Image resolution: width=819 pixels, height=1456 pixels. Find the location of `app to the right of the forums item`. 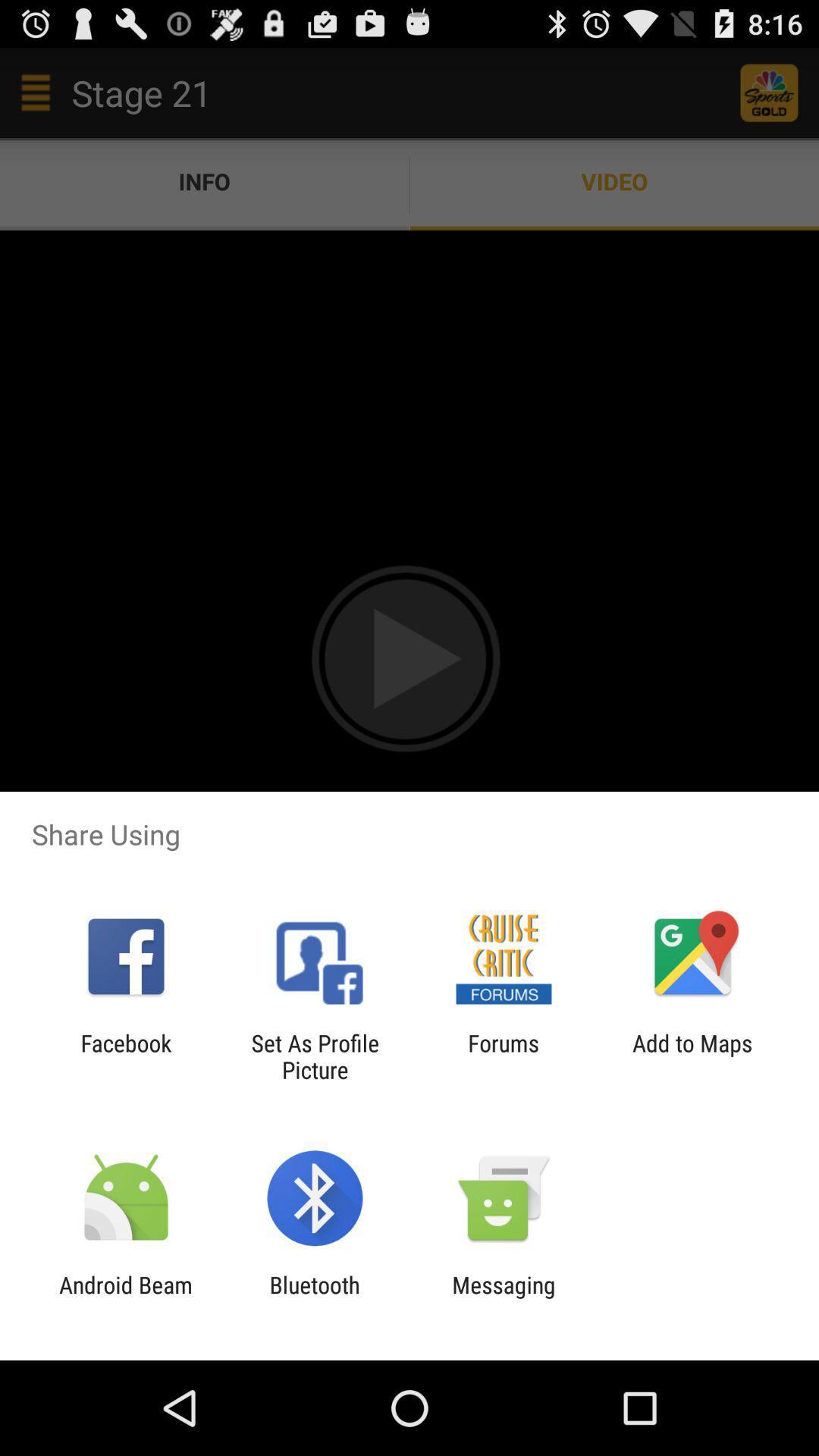

app to the right of the forums item is located at coordinates (692, 1056).